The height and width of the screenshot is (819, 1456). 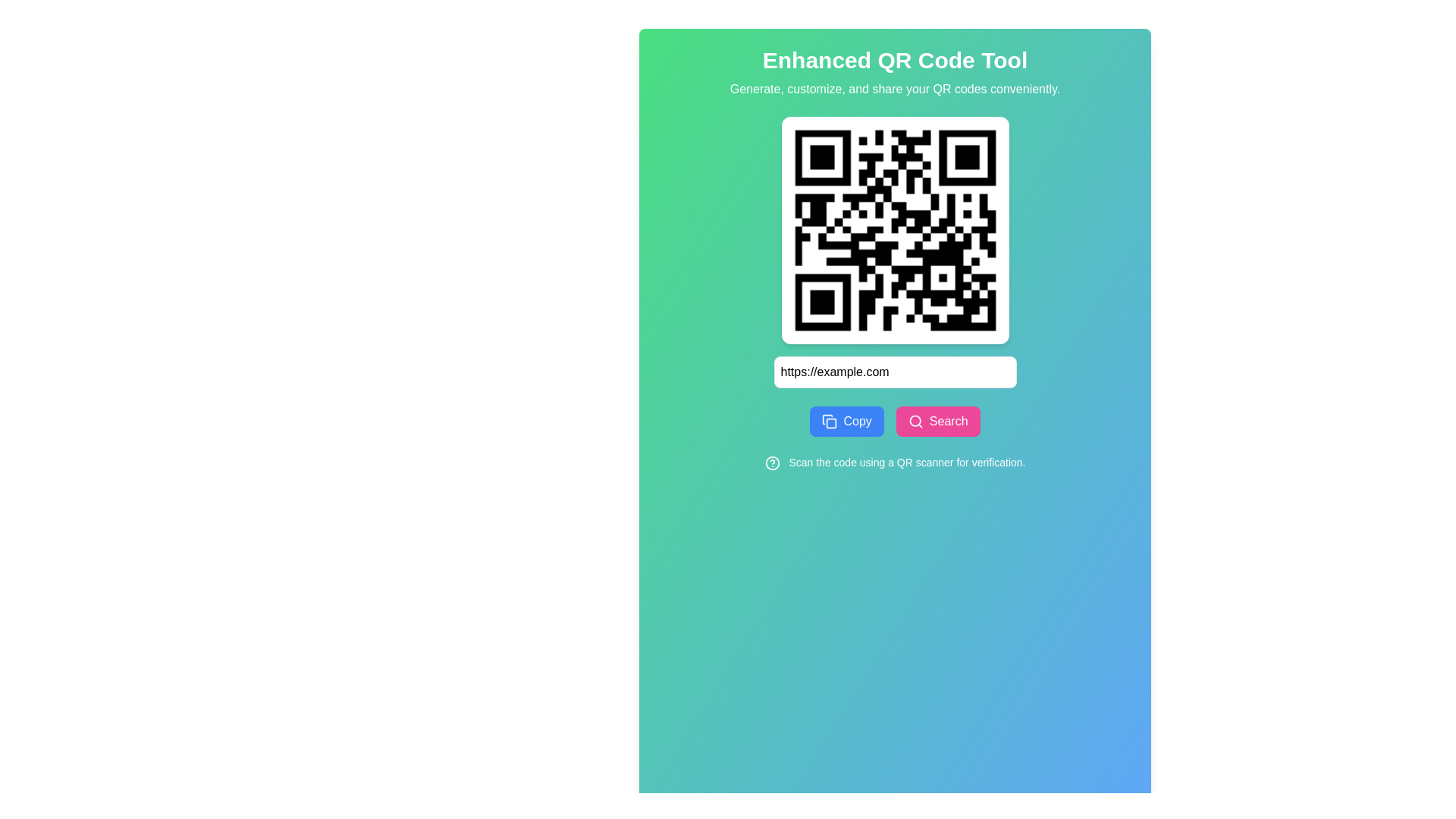 I want to click on magnifying glass icon located within the pink 'Search' button, positioned to the left of the text 'Search', so click(x=915, y=421).